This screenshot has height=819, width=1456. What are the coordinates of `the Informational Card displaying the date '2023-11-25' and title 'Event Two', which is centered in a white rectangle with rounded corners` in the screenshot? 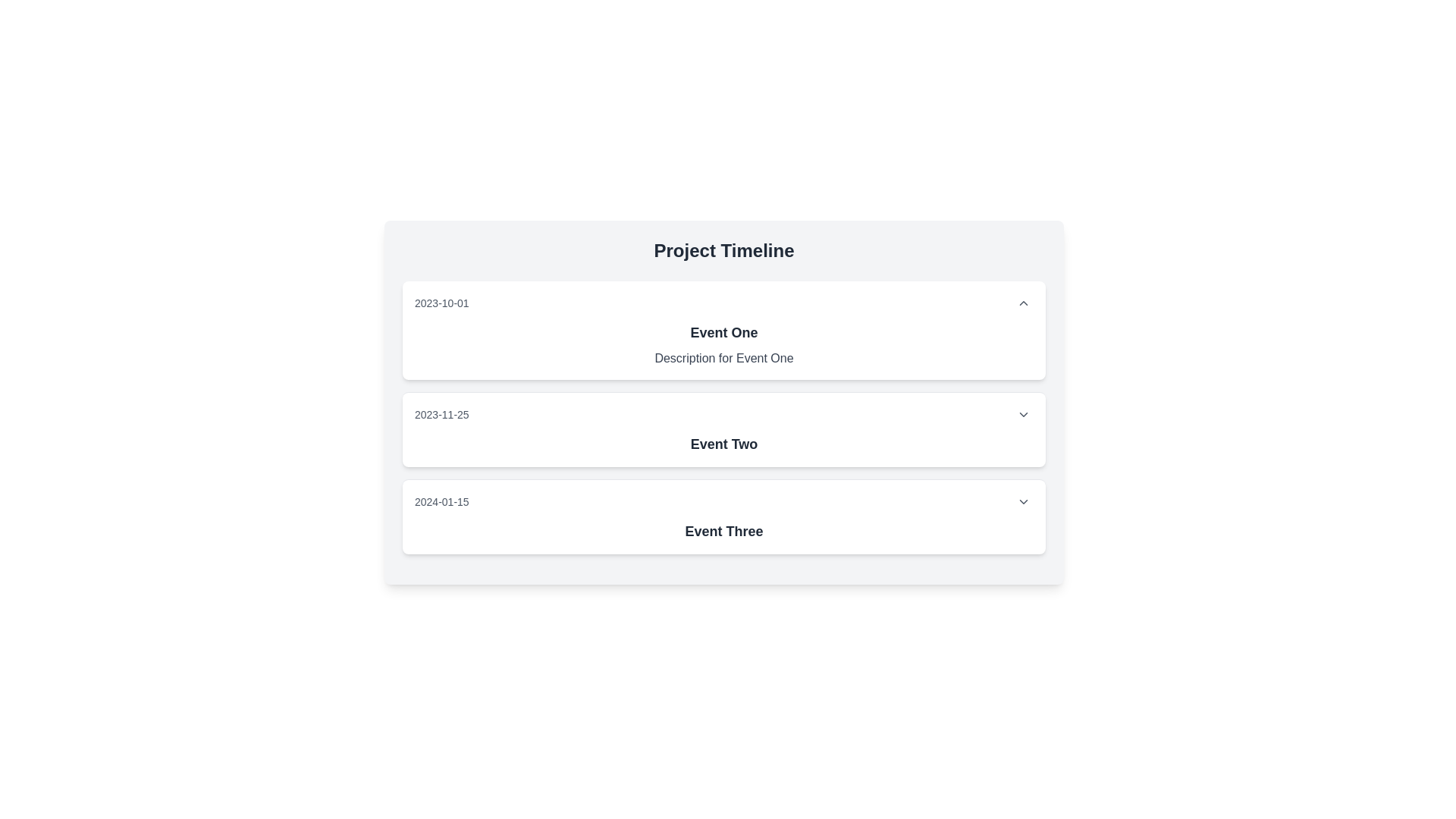 It's located at (723, 429).